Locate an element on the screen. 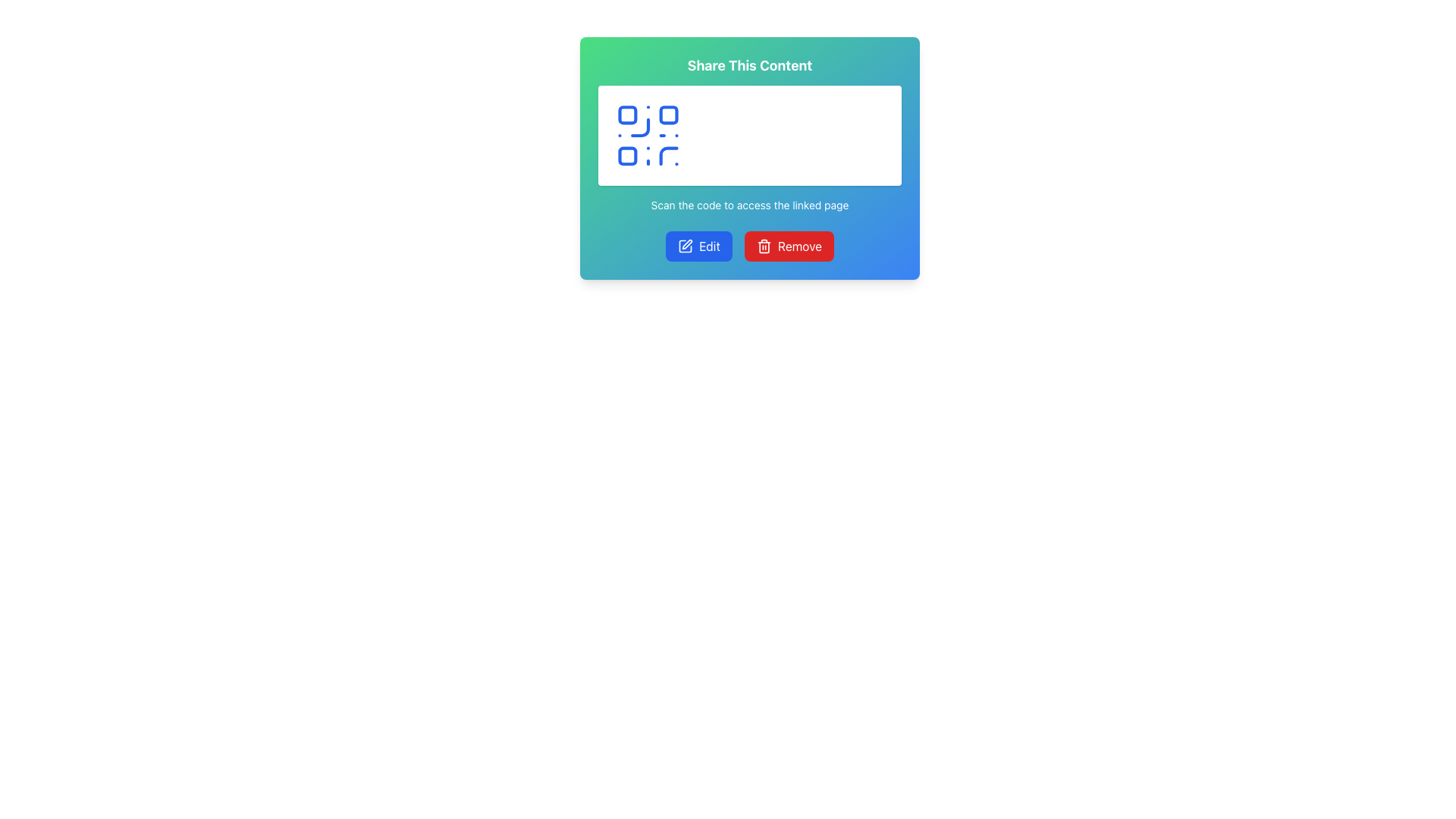 The image size is (1456, 819). QR code displayed in the composite UI component titled 'Share This Content' by scanning it is located at coordinates (749, 133).